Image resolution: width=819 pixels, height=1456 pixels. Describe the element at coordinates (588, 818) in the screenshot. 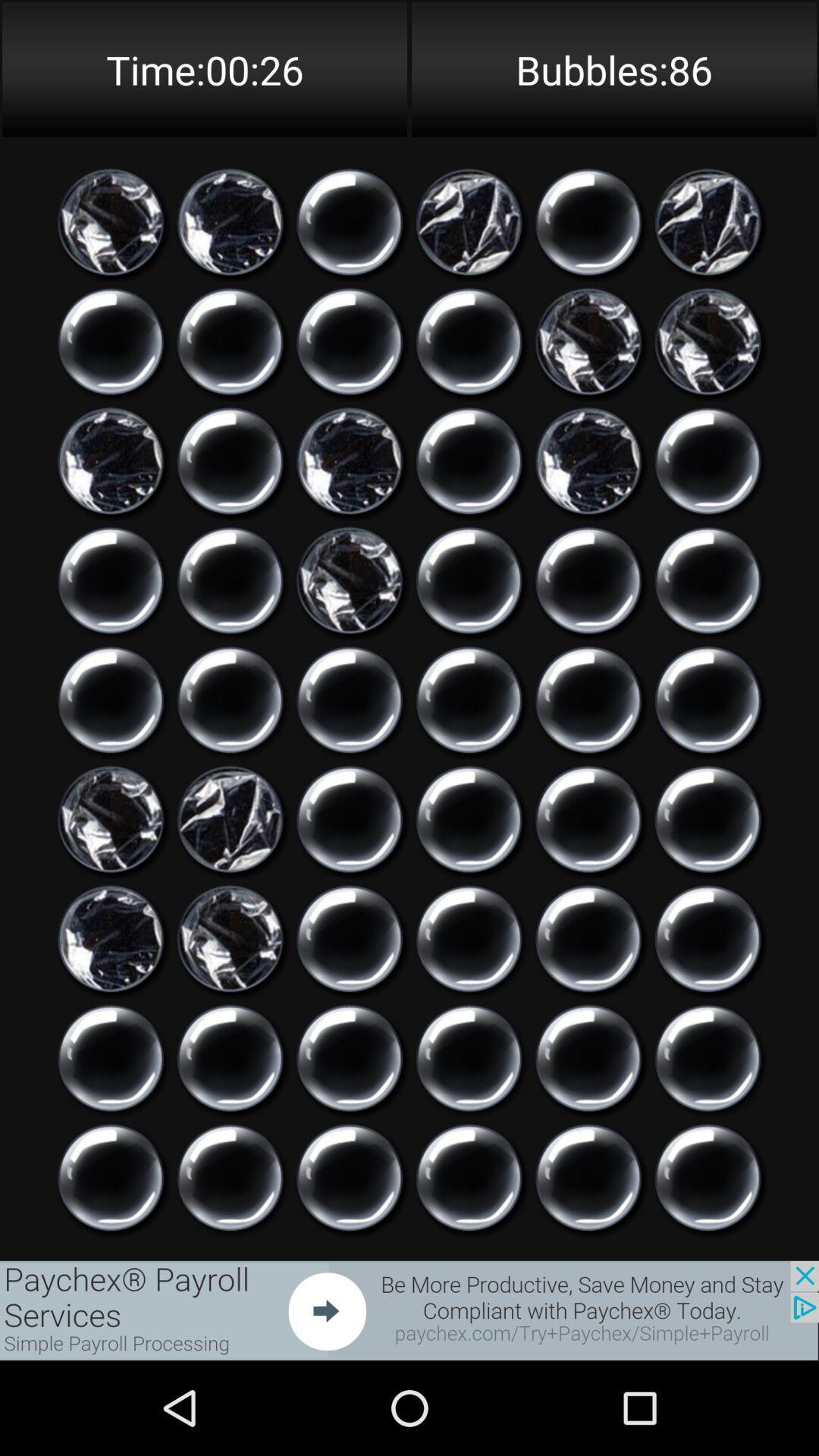

I see `game piece` at that location.